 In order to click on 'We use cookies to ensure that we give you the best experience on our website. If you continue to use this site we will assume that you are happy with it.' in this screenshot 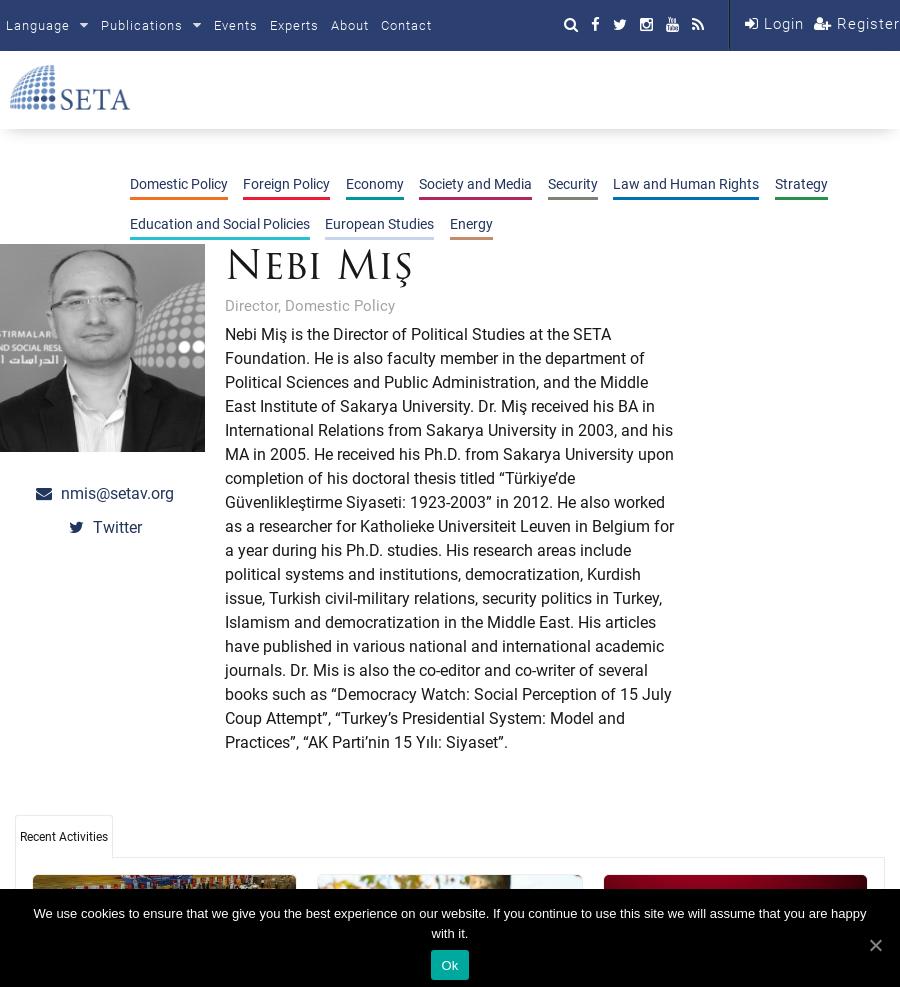, I will do `click(449, 923)`.